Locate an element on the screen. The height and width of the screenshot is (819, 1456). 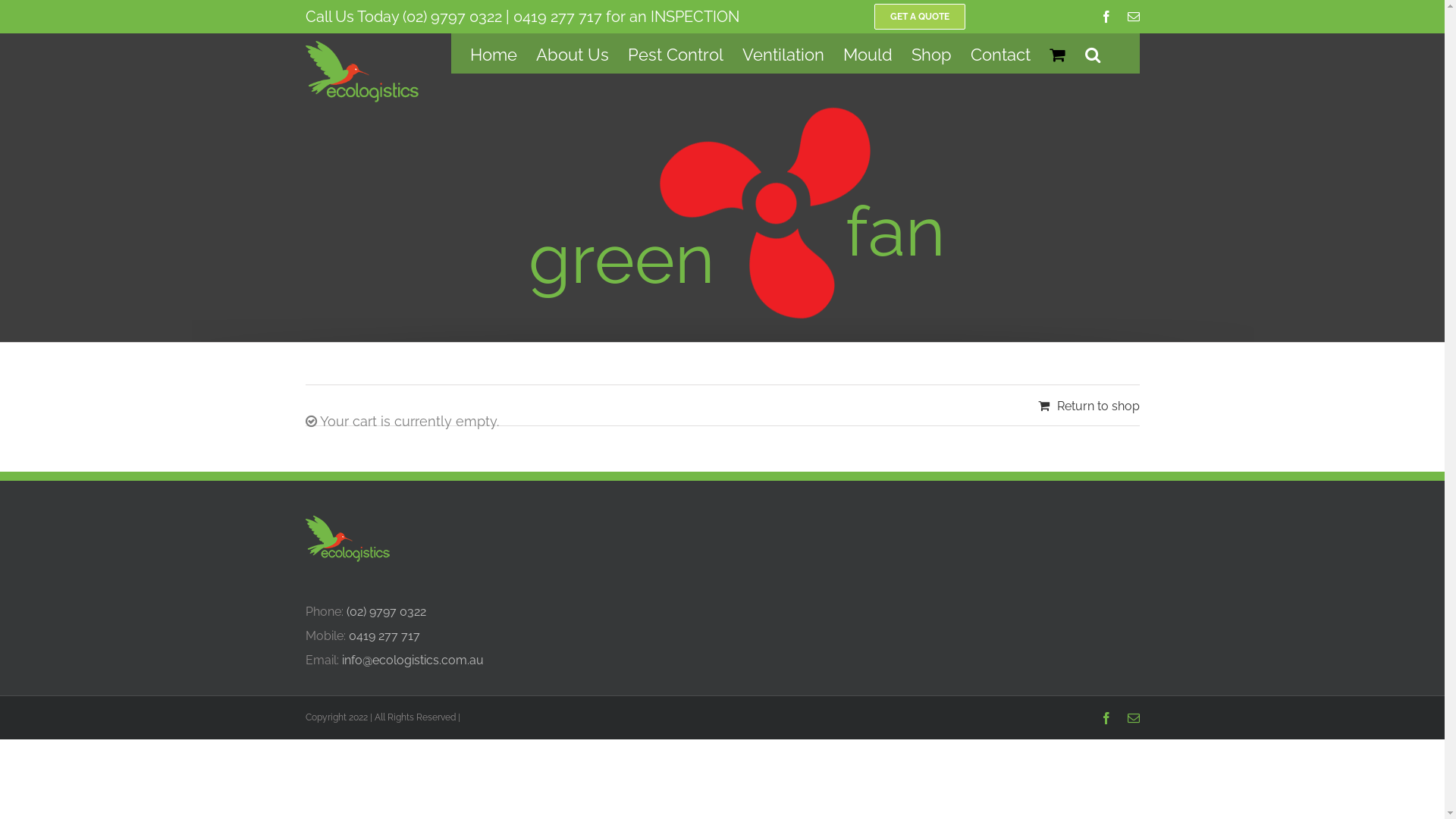
'Return to shop' is located at coordinates (1037, 405).